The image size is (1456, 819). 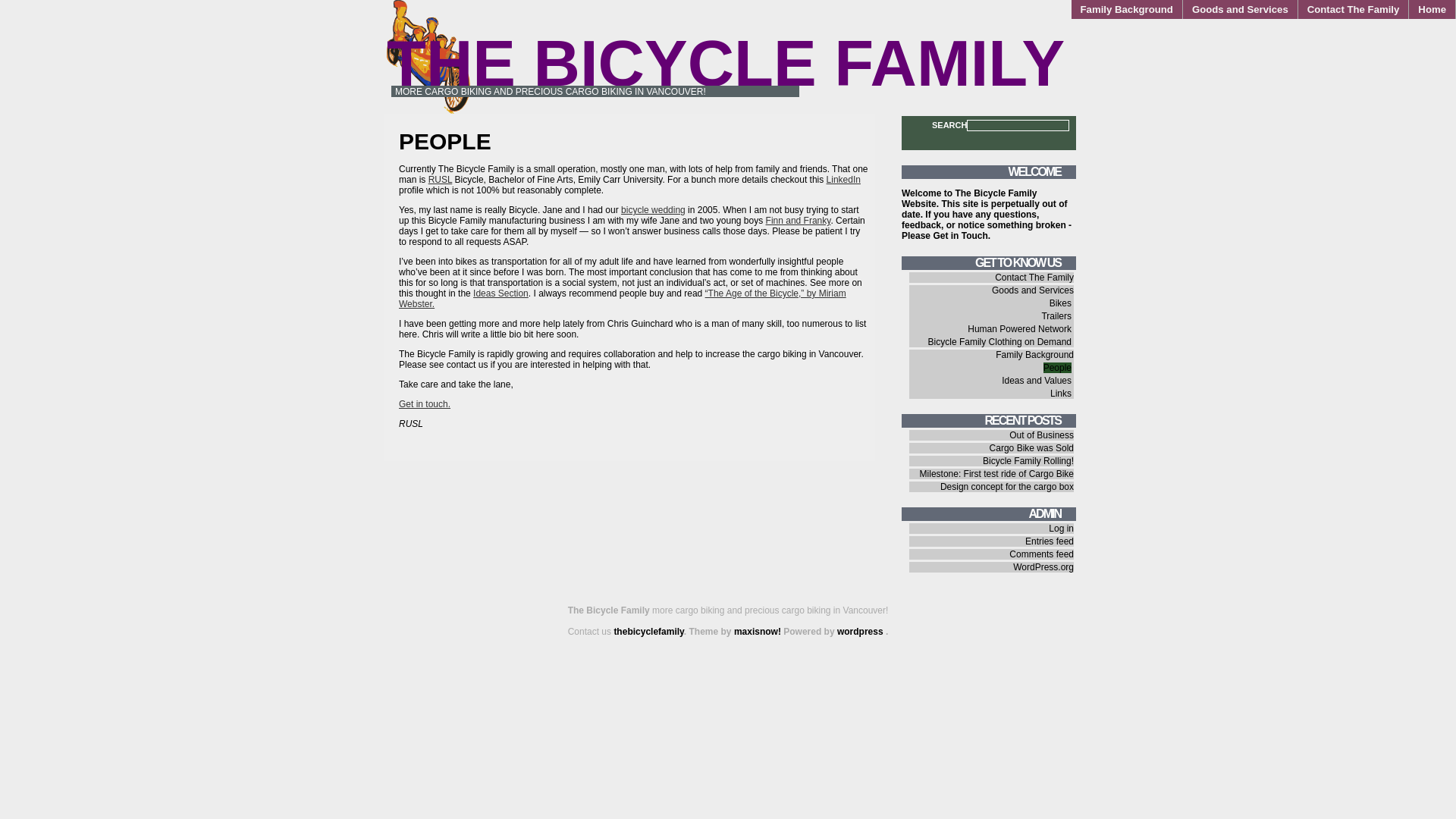 What do you see at coordinates (1407, 9) in the screenshot?
I see `'Home'` at bounding box center [1407, 9].